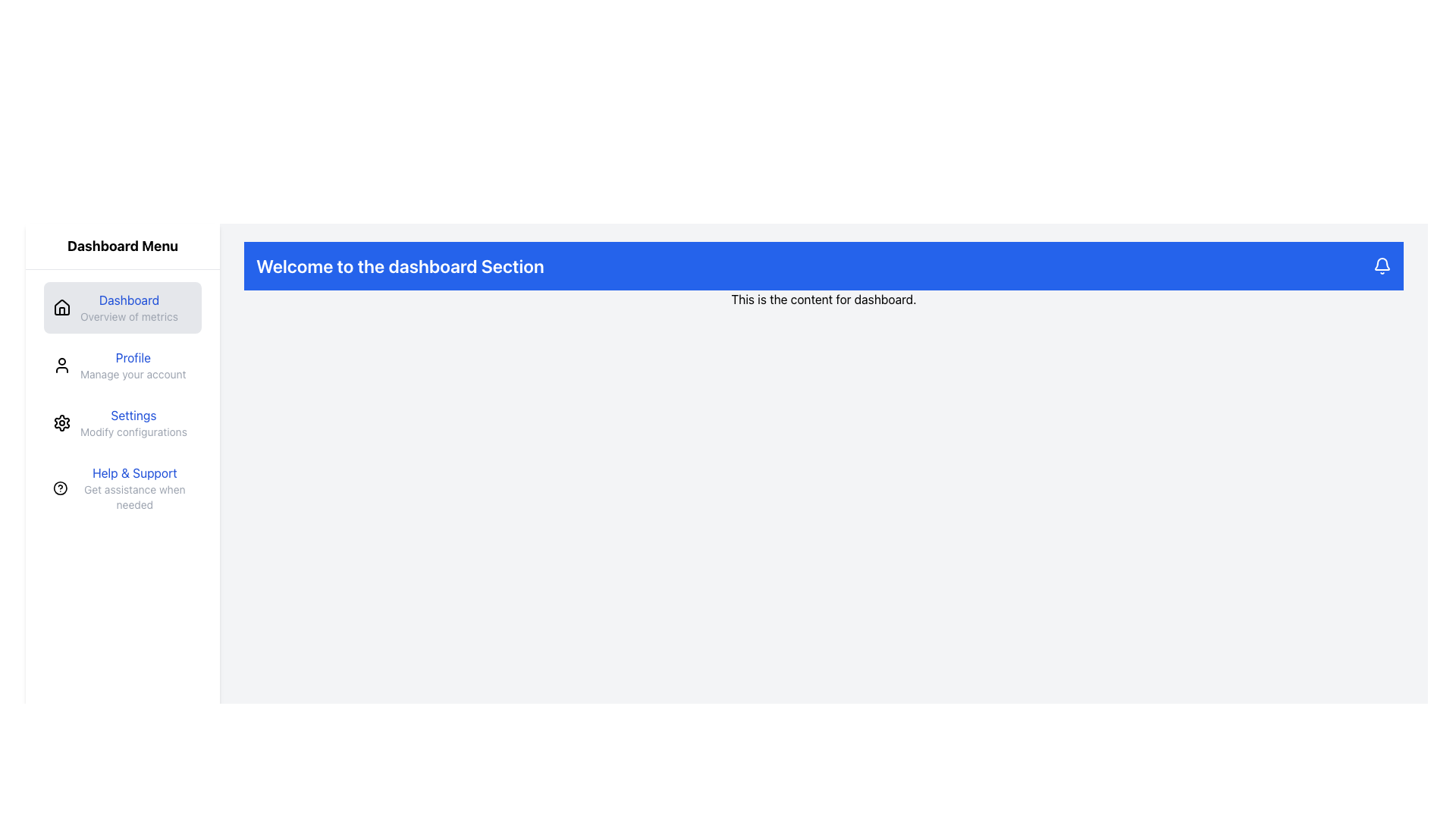 This screenshot has width=1456, height=819. I want to click on the 'Profile' text label, which displays bold blue text and has smaller text underneath that reads 'Manage your account.' This label is the second item, so click(133, 366).